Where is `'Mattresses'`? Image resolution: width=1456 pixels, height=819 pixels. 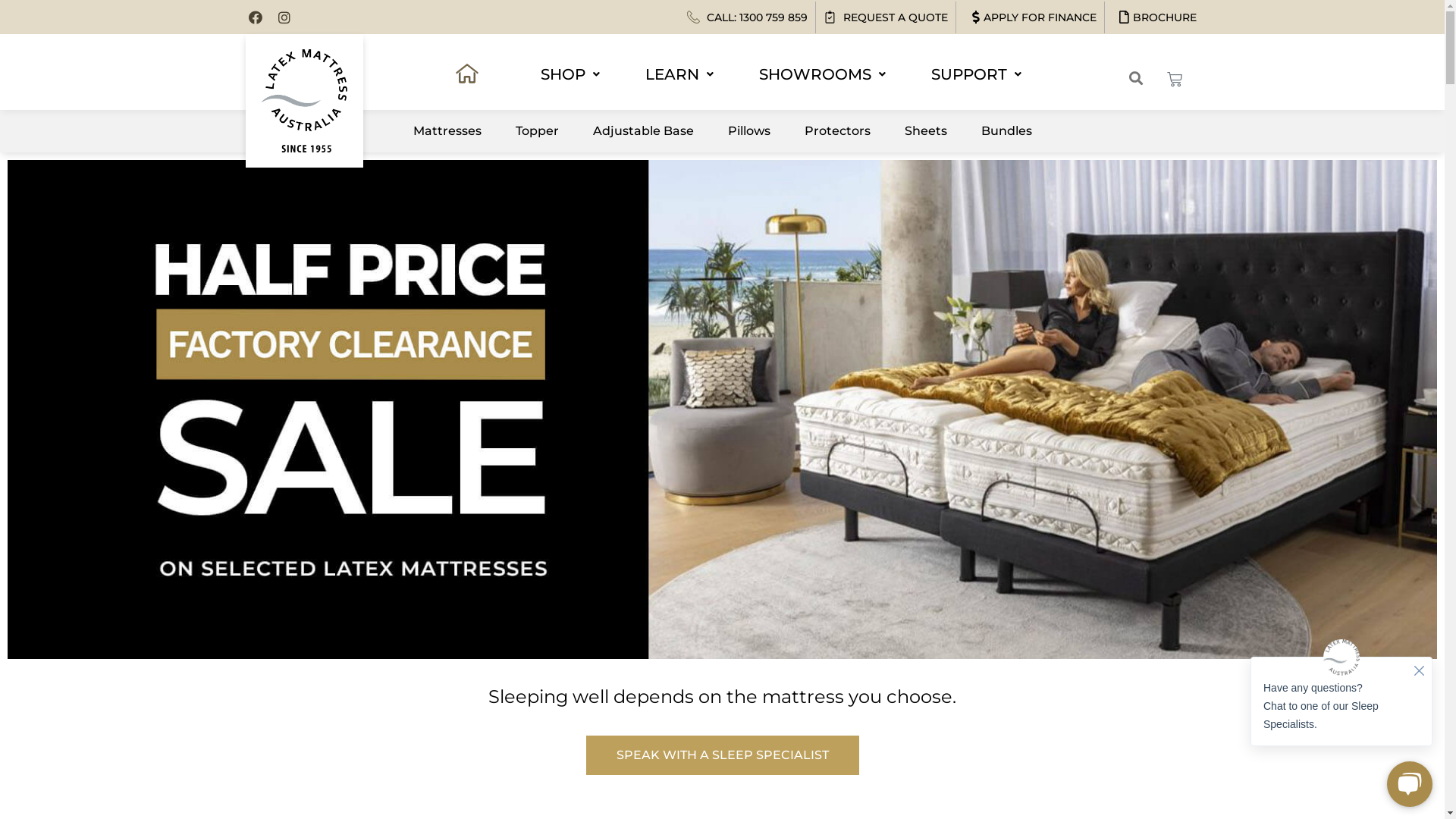
'Mattresses' is located at coordinates (447, 130).